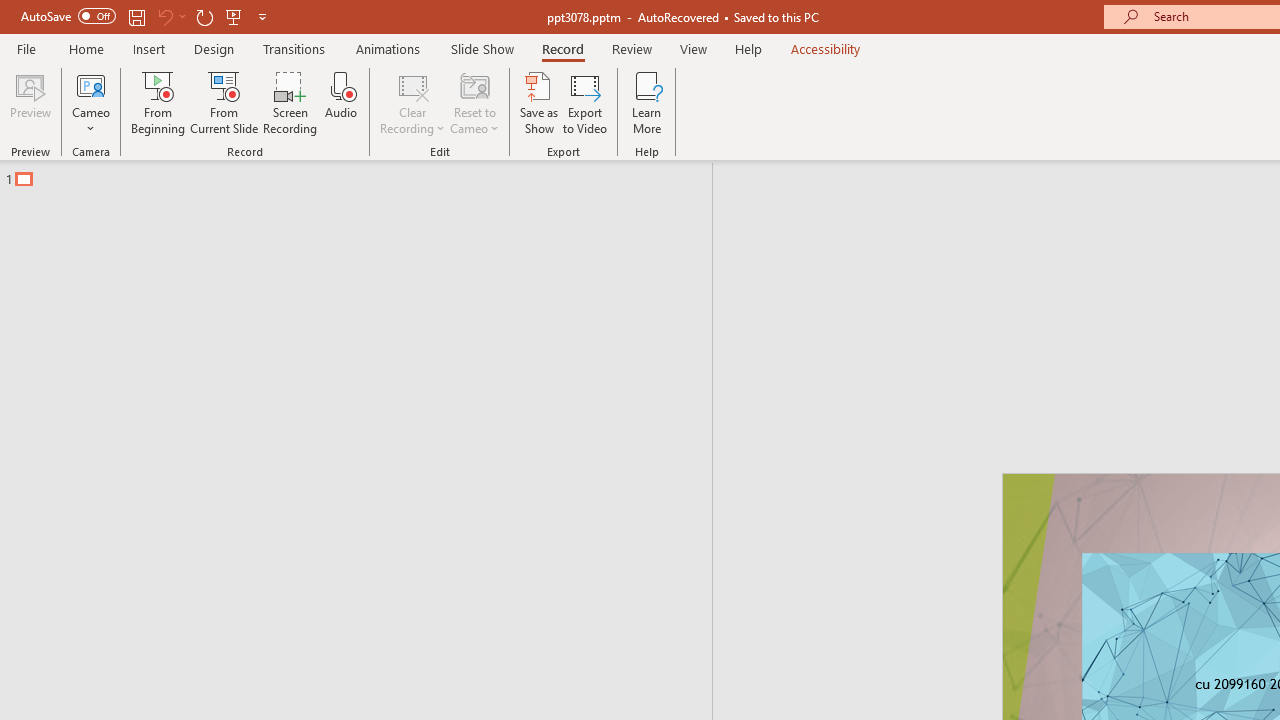 Image resolution: width=1280 pixels, height=720 pixels. I want to click on 'Audio', so click(341, 103).